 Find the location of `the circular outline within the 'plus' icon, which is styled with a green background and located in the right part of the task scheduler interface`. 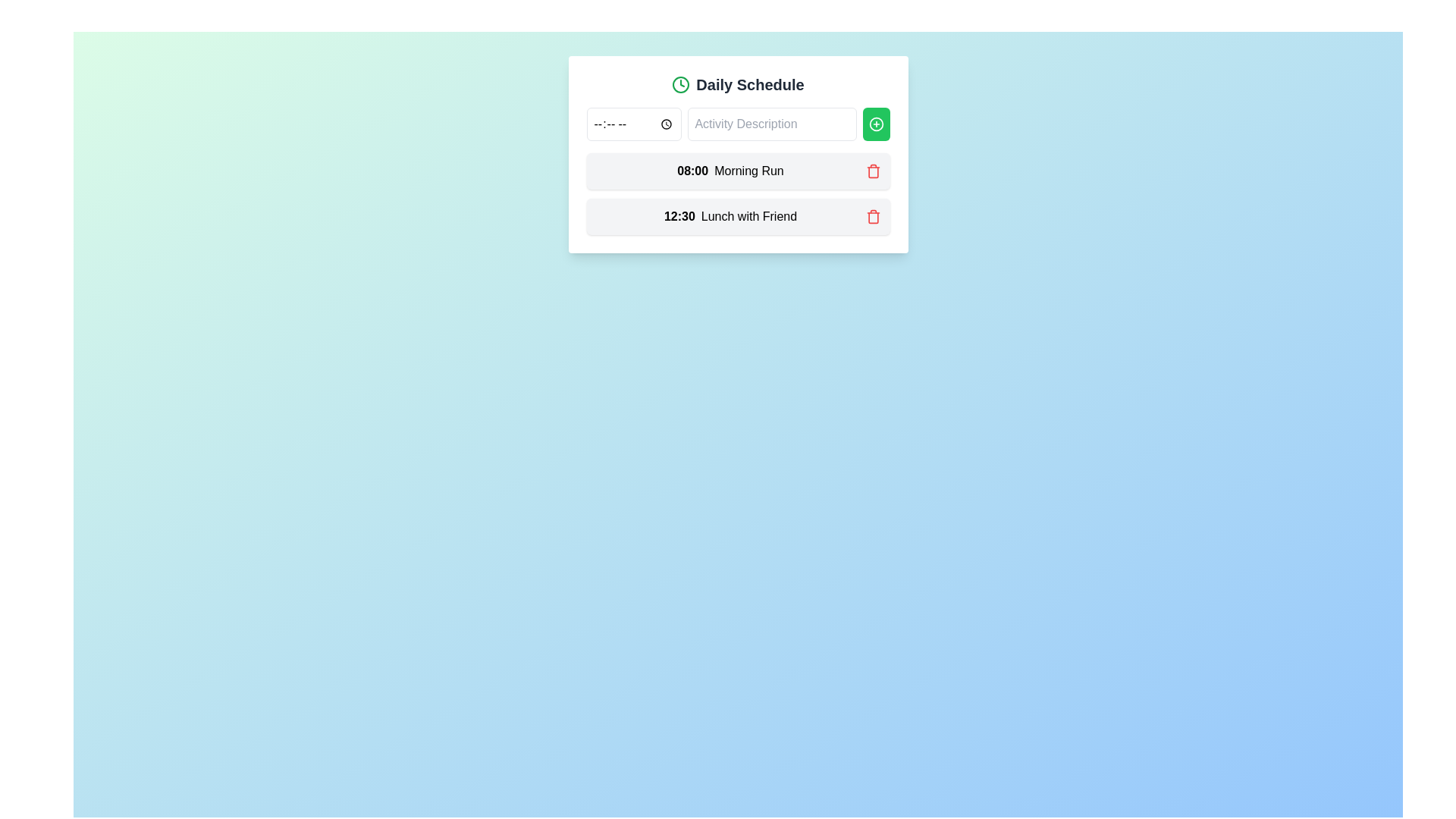

the circular outline within the 'plus' icon, which is styled with a green background and located in the right part of the task scheduler interface is located at coordinates (876, 124).